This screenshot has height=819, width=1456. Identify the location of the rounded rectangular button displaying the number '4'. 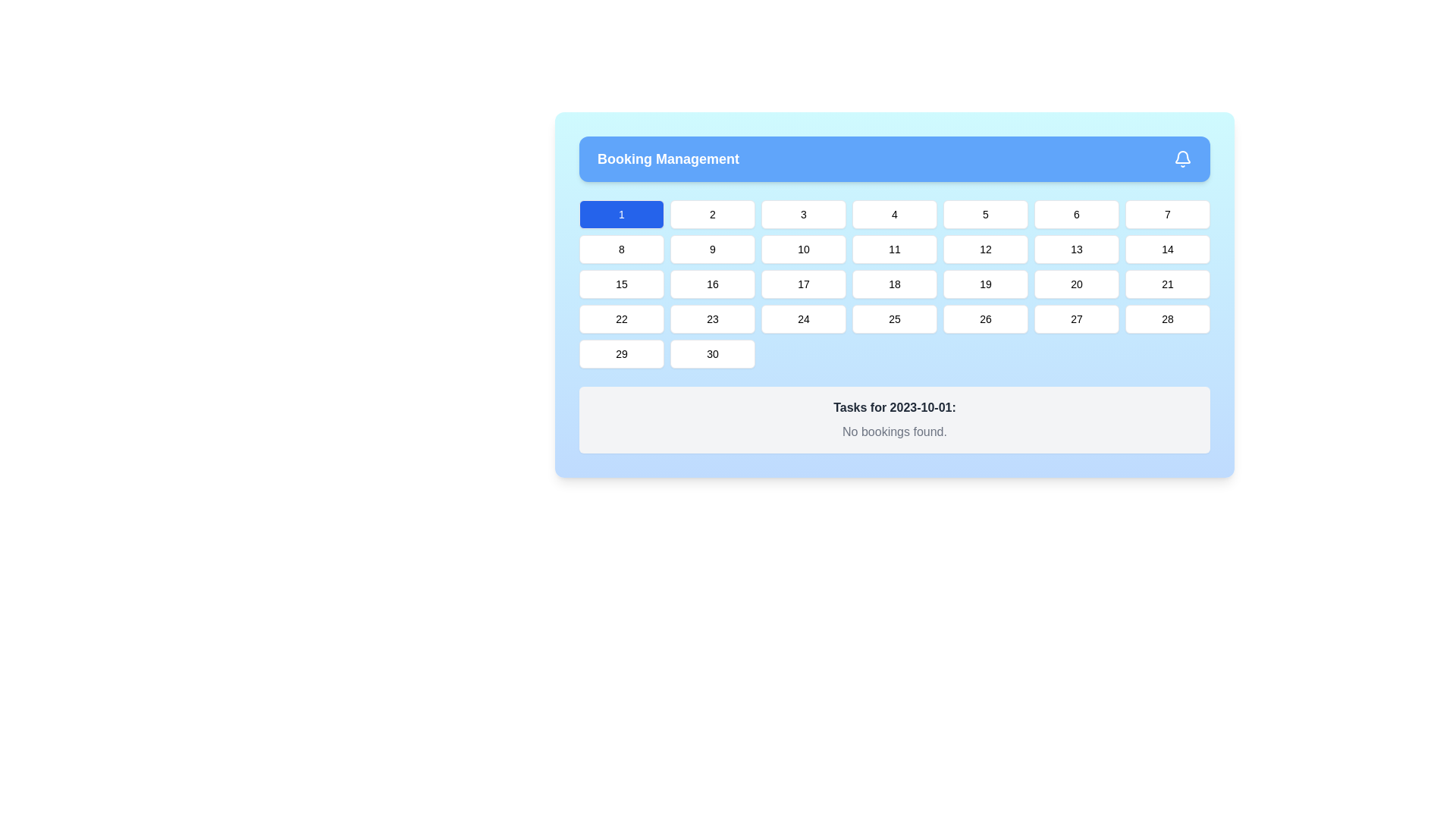
(895, 214).